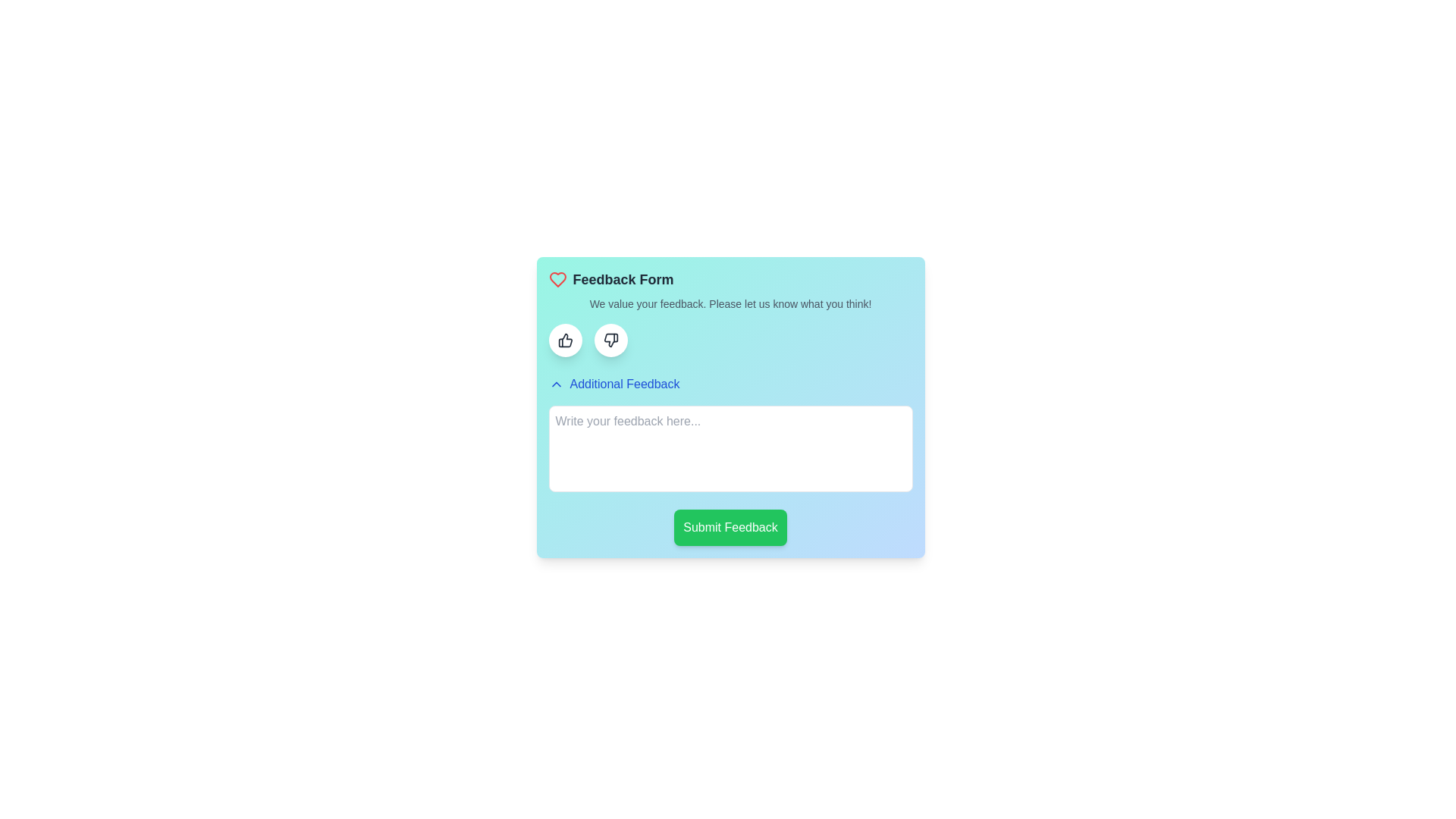 The image size is (1456, 819). I want to click on the thumbs-down icon in the Feedback Form, so click(610, 339).